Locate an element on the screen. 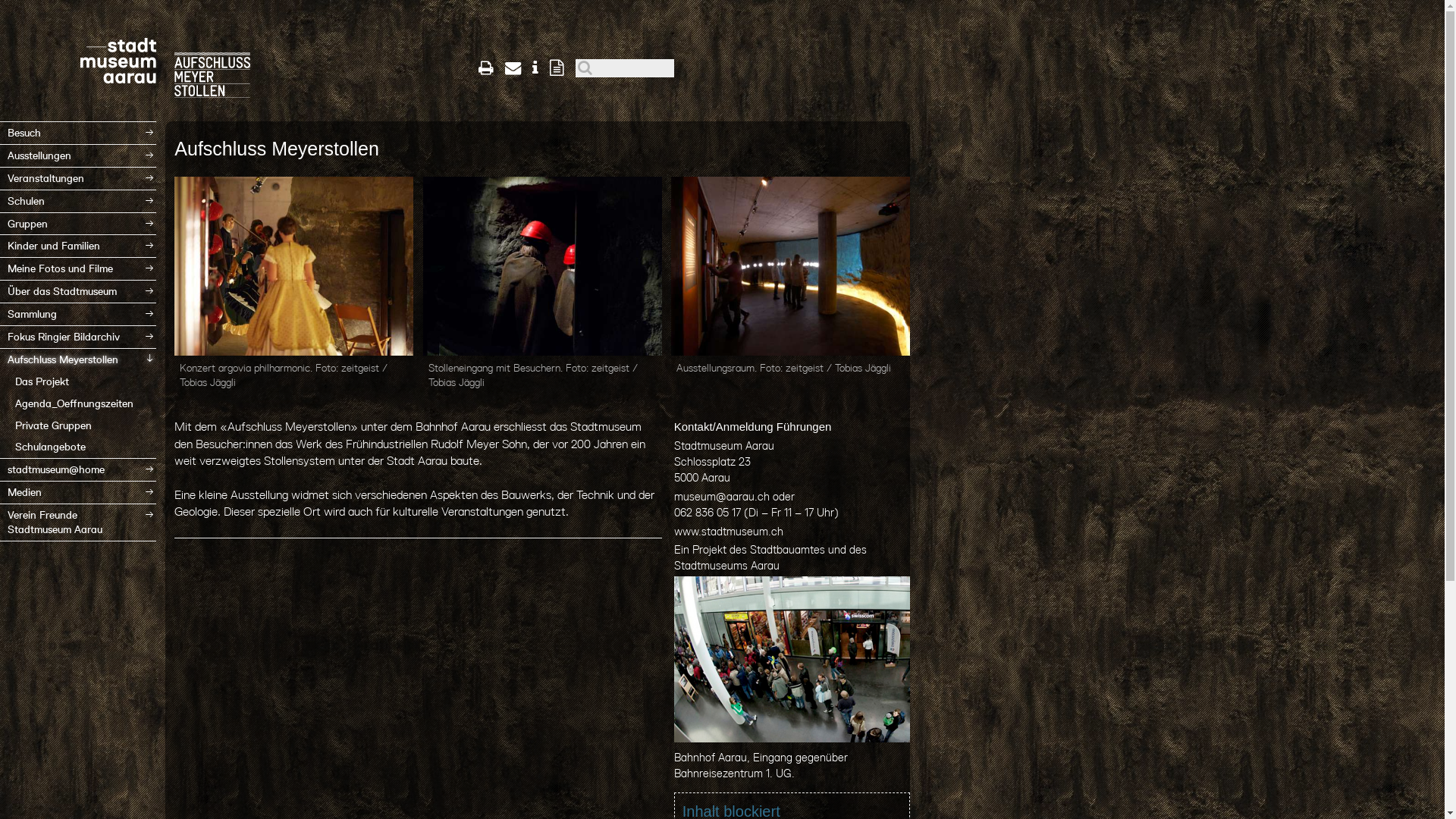  'Seite in druckbarer Form anzeigen' is located at coordinates (477, 67).